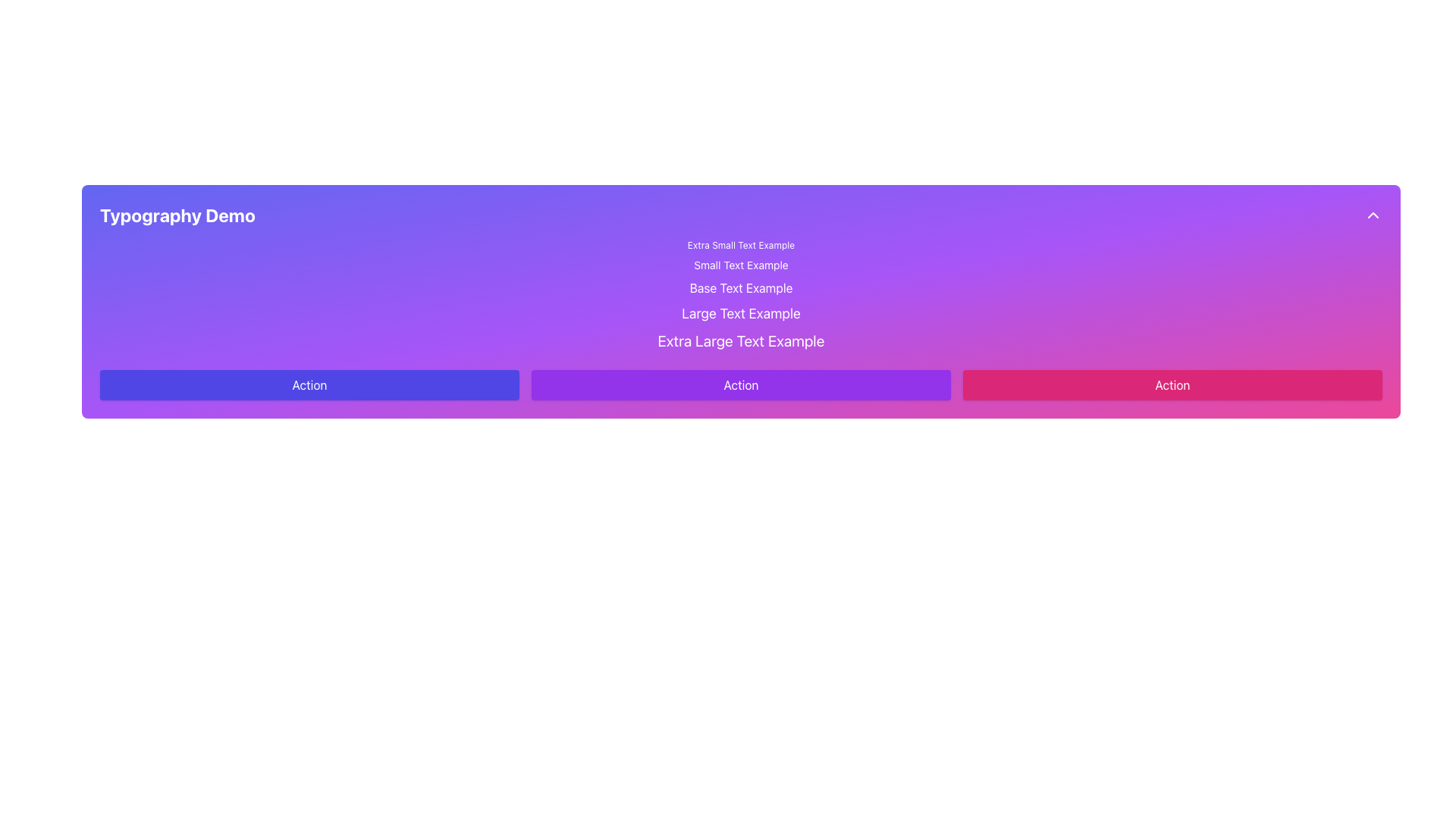 The image size is (1456, 819). I want to click on the leftmost button beneath the 'Typography Demo' label, so click(309, 384).